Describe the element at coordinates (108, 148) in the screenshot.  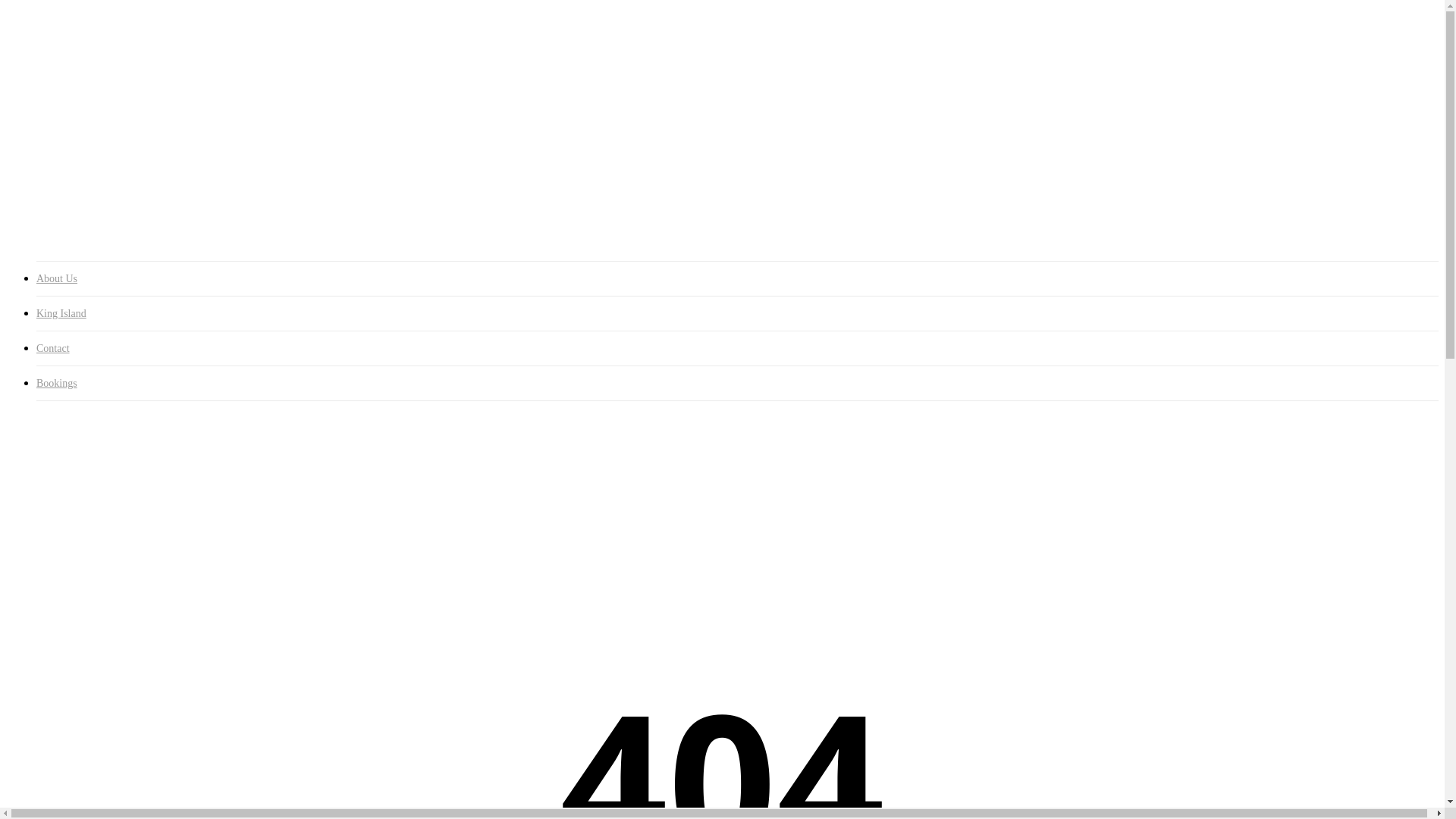
I see `'Helm Hideaways'` at that location.